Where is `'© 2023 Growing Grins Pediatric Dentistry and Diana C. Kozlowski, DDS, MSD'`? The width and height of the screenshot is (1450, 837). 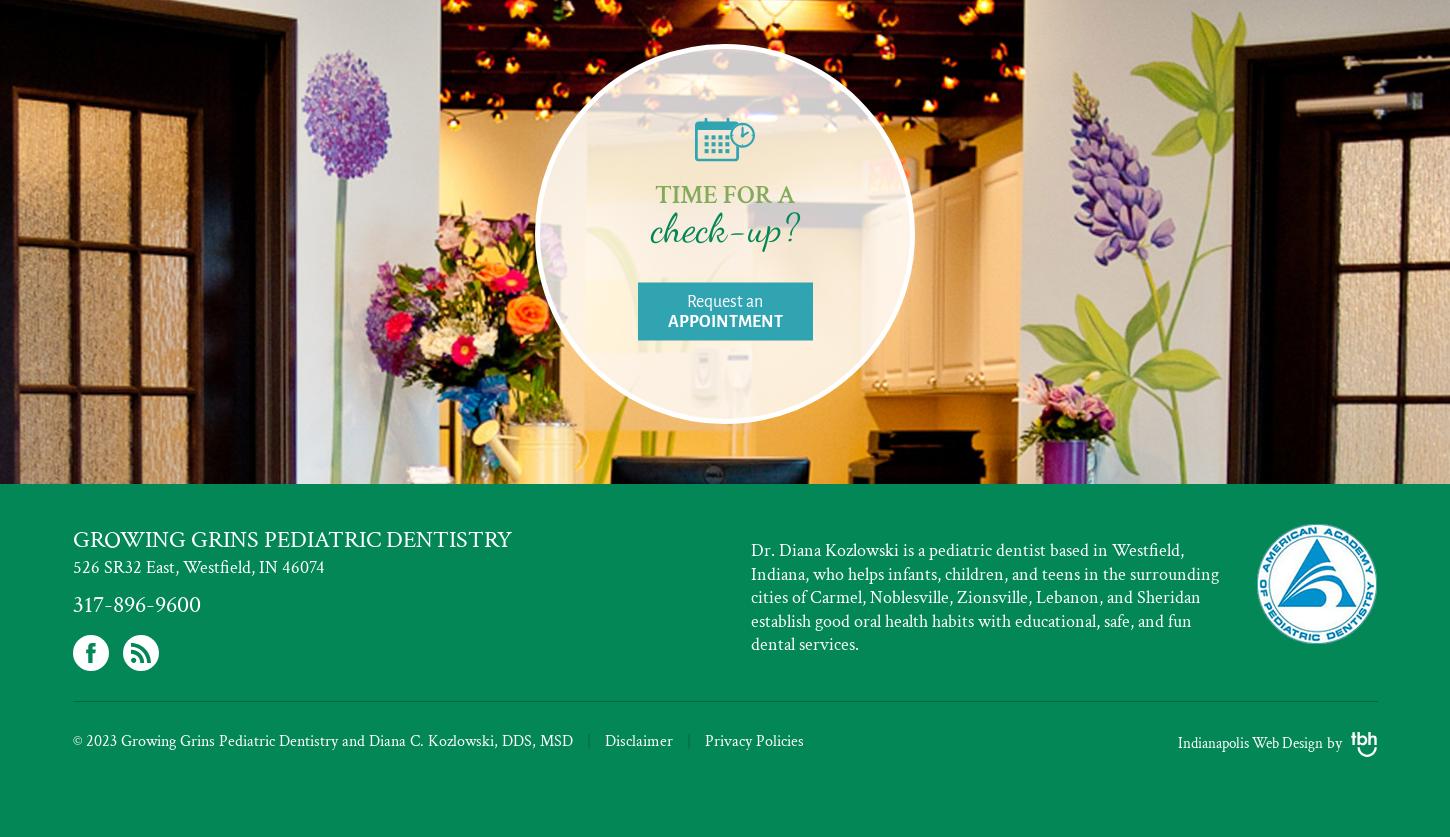
'© 2023 Growing Grins Pediatric Dentistry and Diana C. Kozlowski, DDS, MSD' is located at coordinates (72, 740).